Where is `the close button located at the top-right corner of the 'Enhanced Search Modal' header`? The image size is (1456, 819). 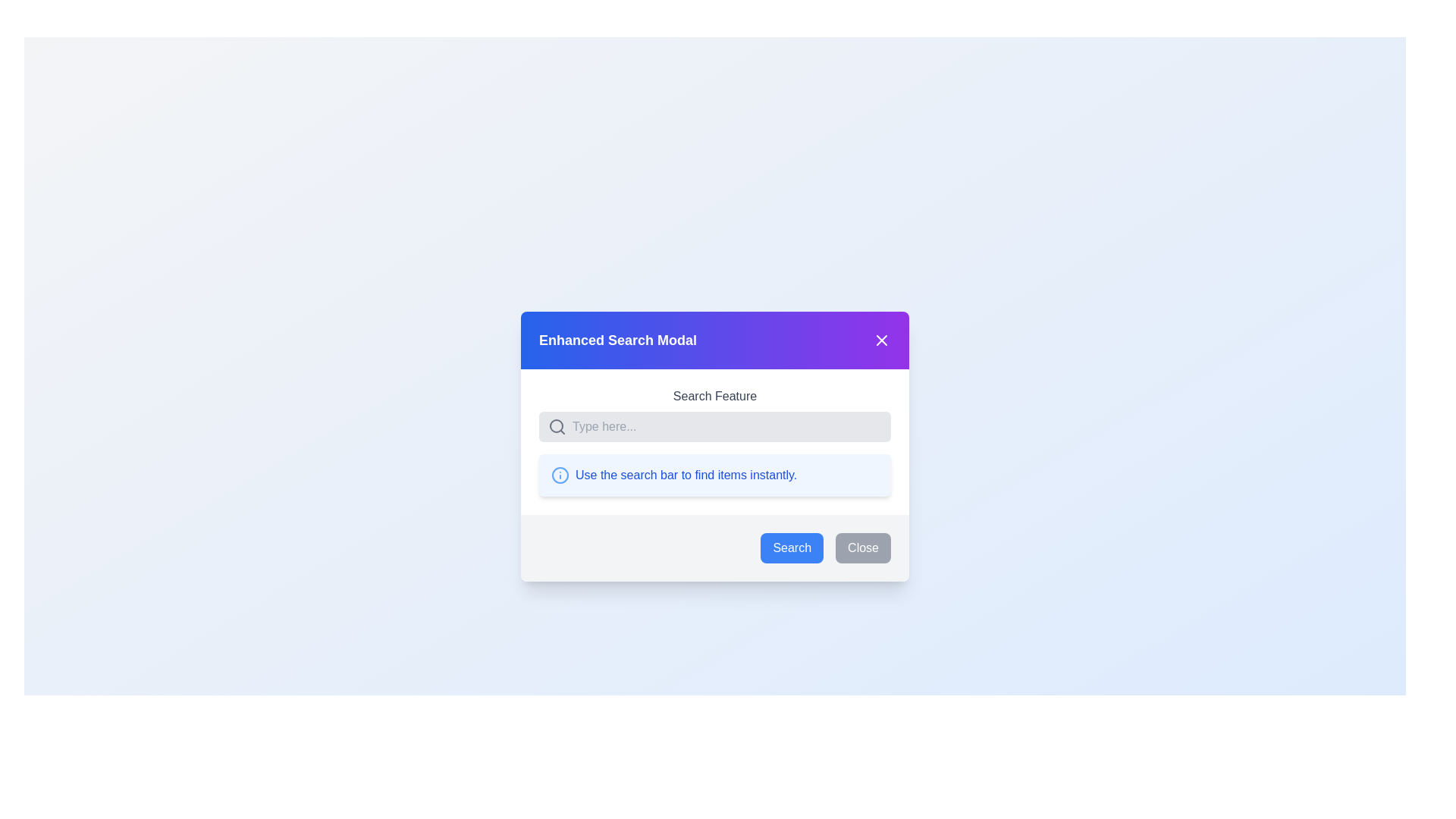 the close button located at the top-right corner of the 'Enhanced Search Modal' header is located at coordinates (881, 339).